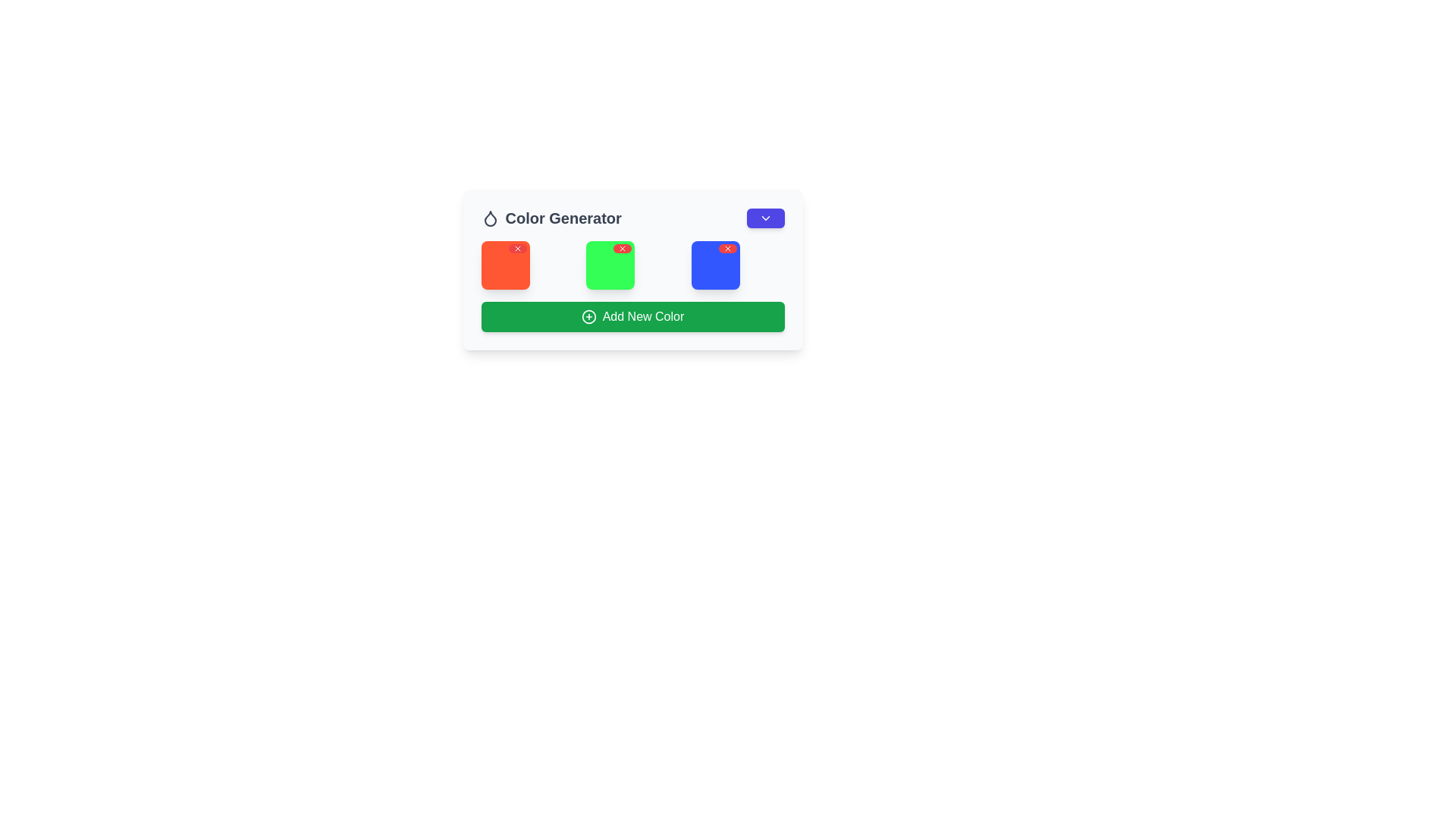  What do you see at coordinates (643, 315) in the screenshot?
I see `the green rectangular button that triggers the action for adding a new color, located beneath a row of three colored squares` at bounding box center [643, 315].